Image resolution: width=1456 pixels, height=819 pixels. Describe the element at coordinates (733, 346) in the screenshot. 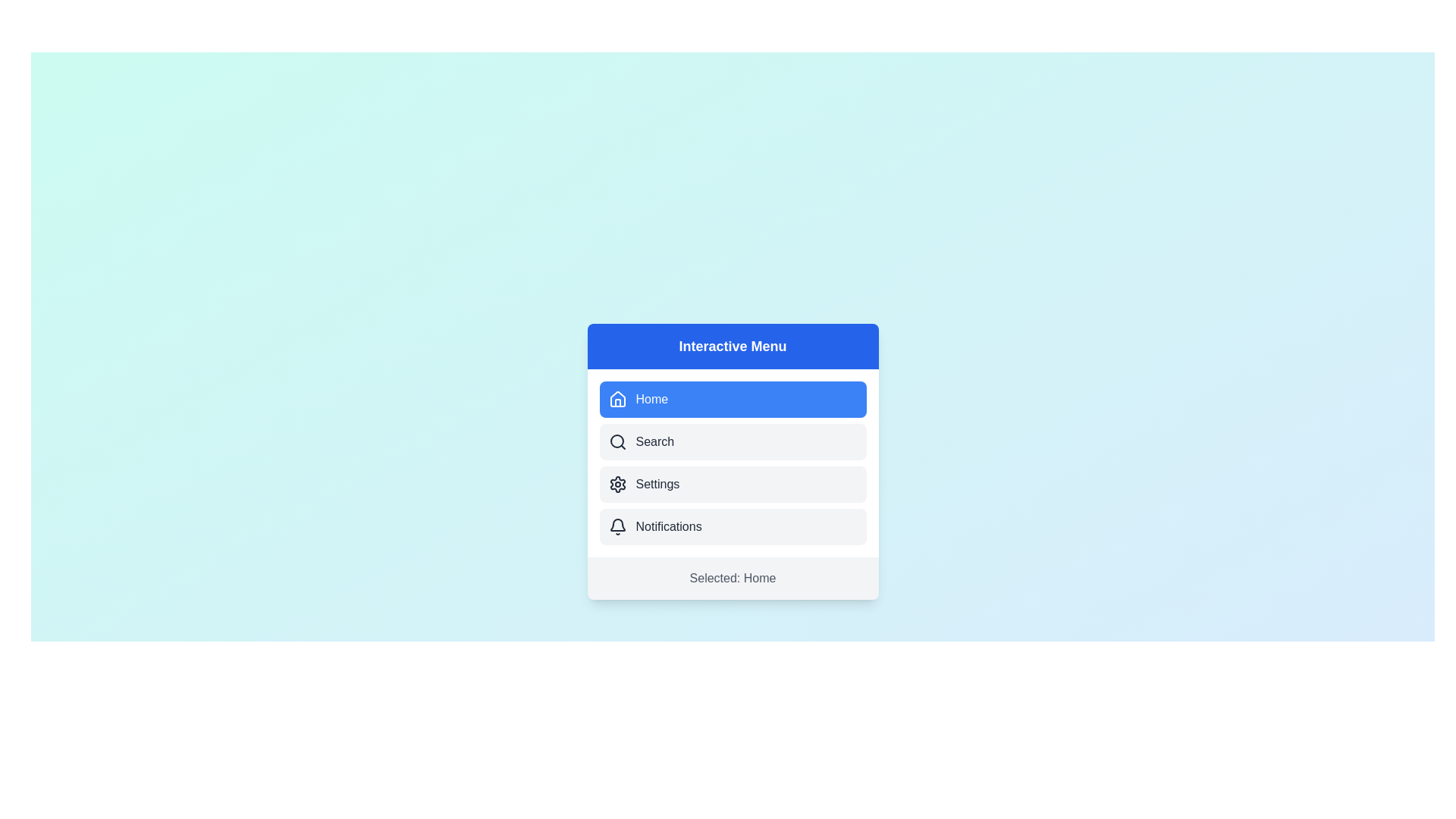

I see `the header of the EnhancedMenu component to inspect its properties` at that location.